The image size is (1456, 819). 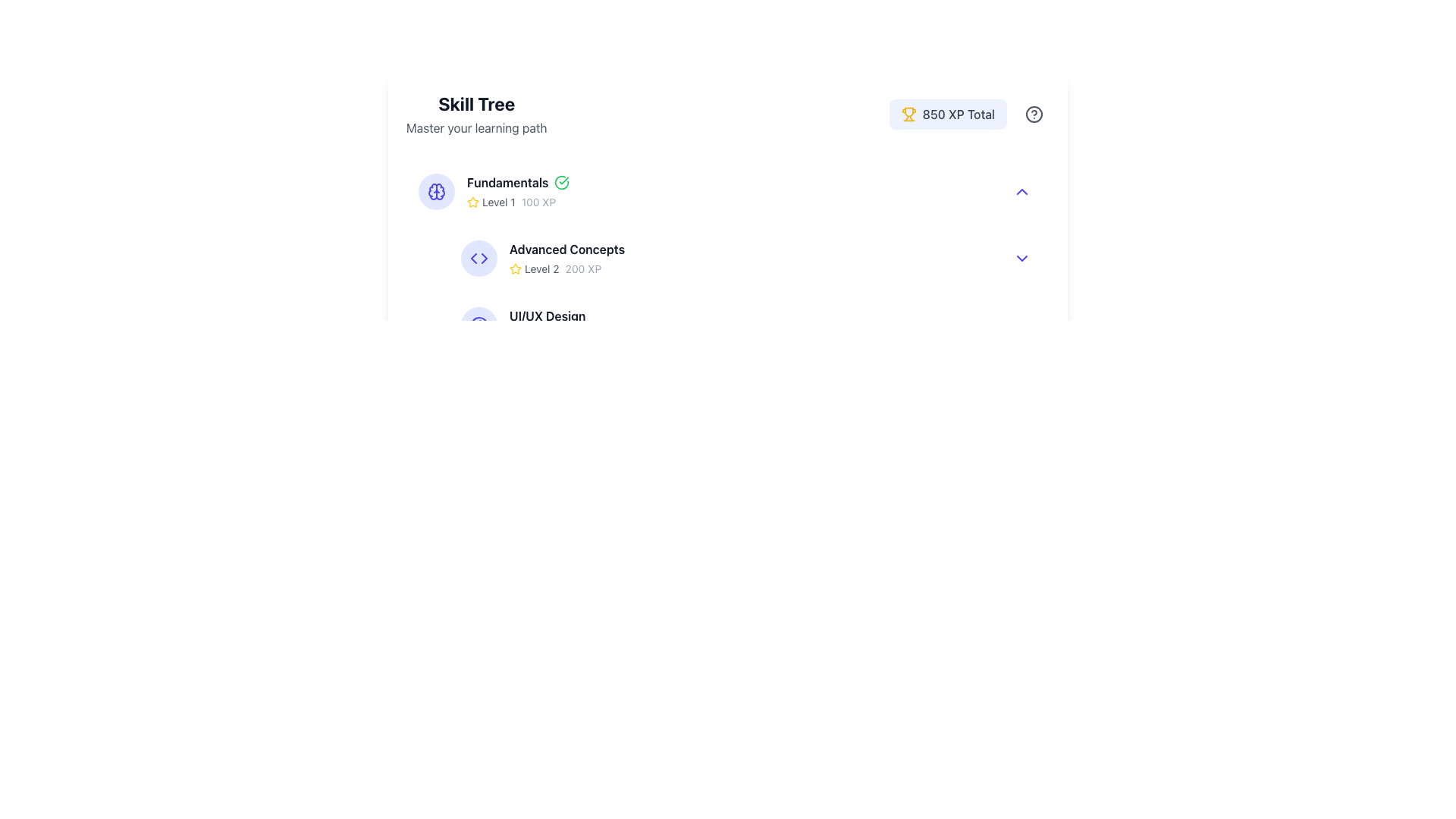 What do you see at coordinates (498, 201) in the screenshot?
I see `the Text Label that indicates the user's current level within the learning or gamified progression system, positioned below the 'Skill Tree' heading and next to the 'Fundamentals' label` at bounding box center [498, 201].